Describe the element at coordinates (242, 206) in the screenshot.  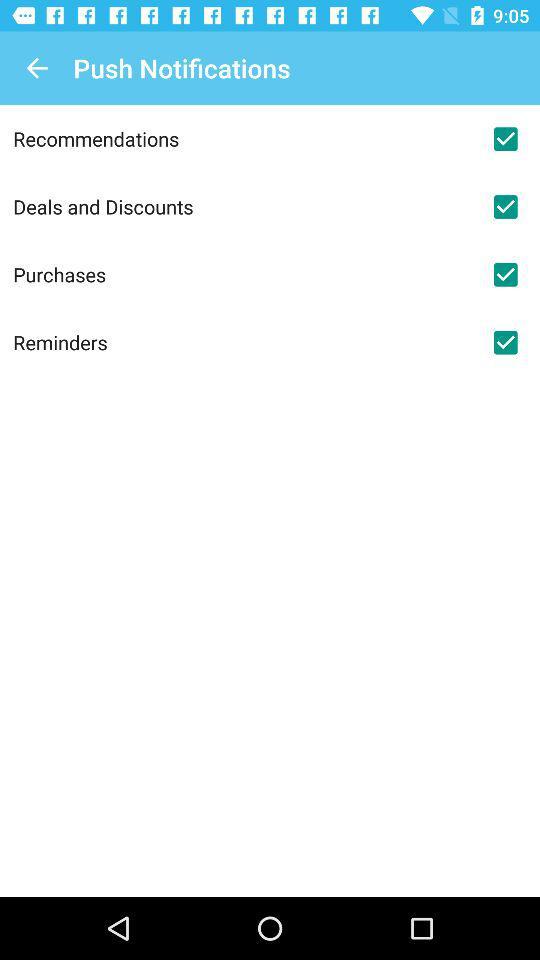
I see `item above the purchases icon` at that location.